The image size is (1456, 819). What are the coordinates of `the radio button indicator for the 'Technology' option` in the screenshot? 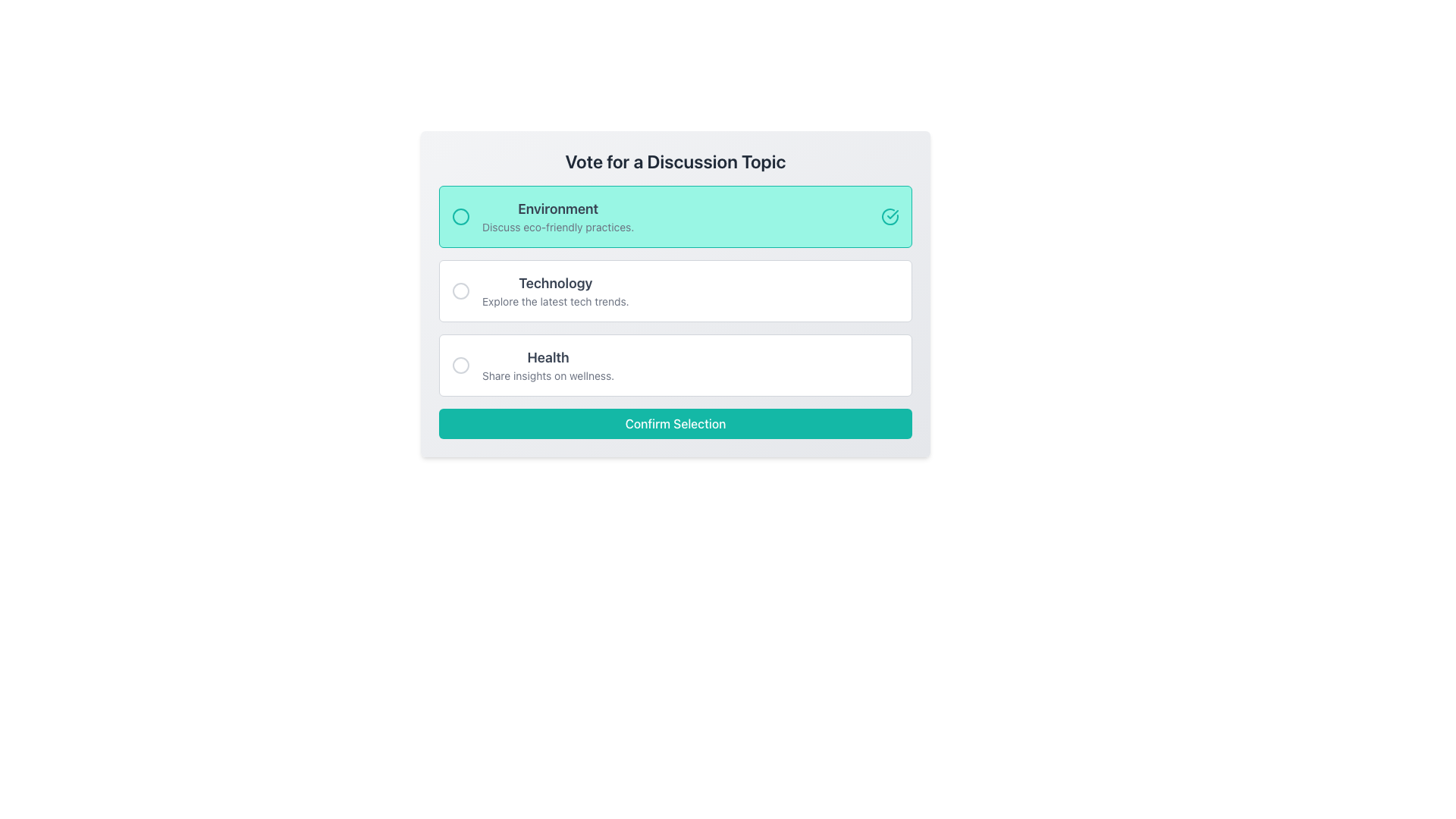 It's located at (460, 291).